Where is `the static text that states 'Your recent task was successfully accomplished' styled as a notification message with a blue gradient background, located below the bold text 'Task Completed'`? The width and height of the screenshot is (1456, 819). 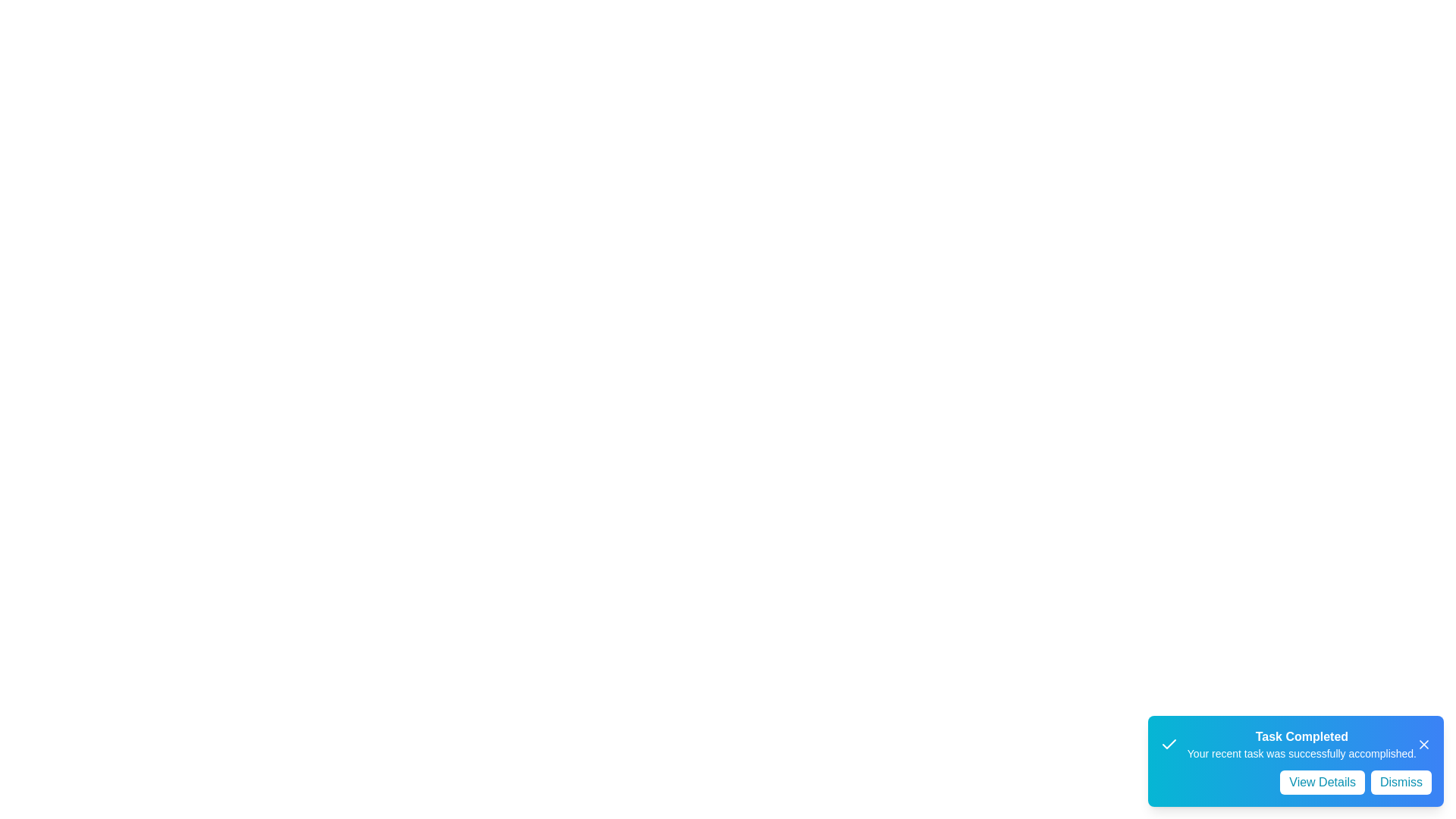
the static text that states 'Your recent task was successfully accomplished' styled as a notification message with a blue gradient background, located below the bold text 'Task Completed' is located at coordinates (1301, 754).